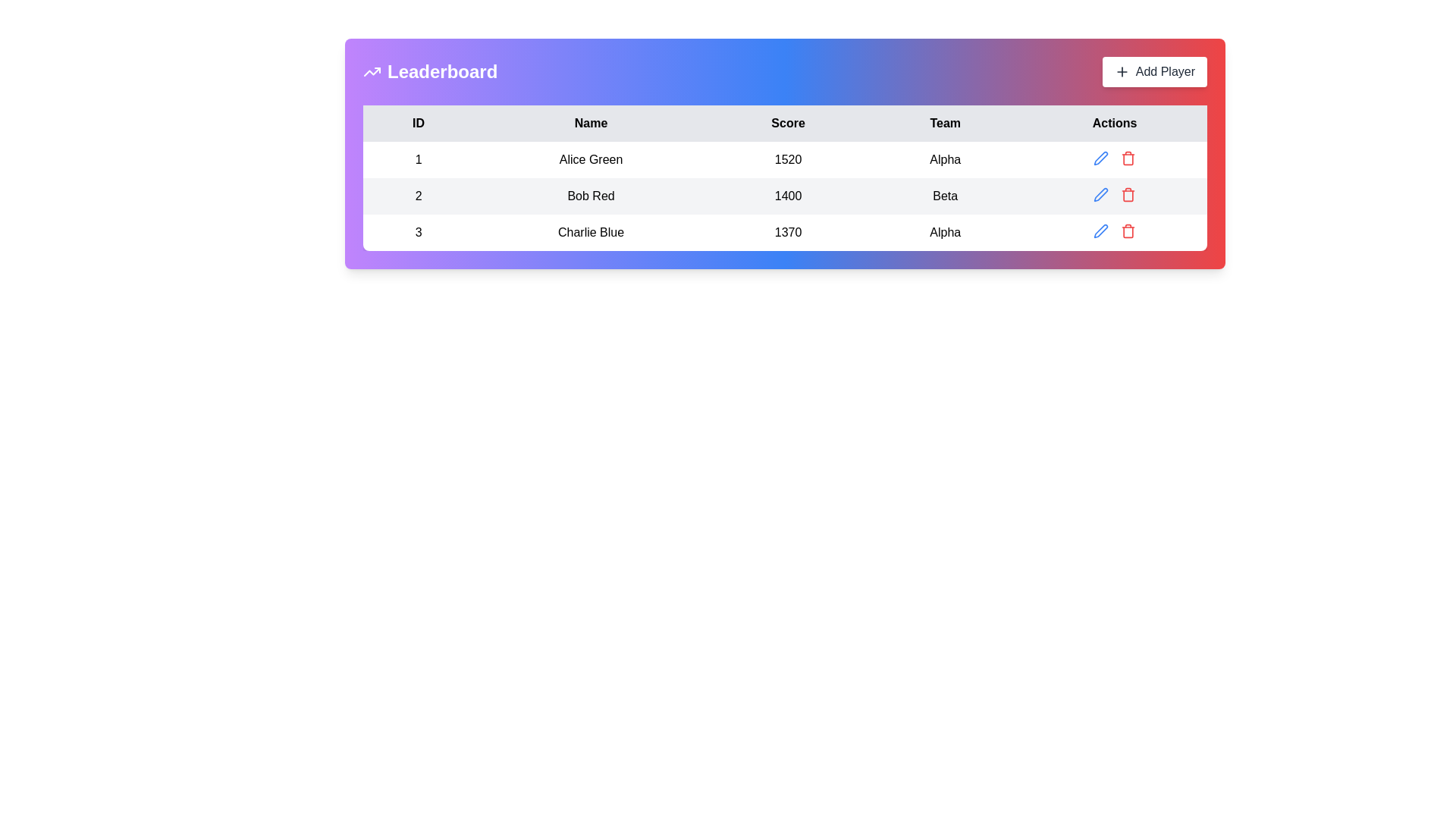 The width and height of the screenshot is (1456, 819). What do you see at coordinates (419, 233) in the screenshot?
I see `the static text element that serves as an identifier for the corresponding row entry in the leaderboard table, located in the first column of the third row under the 'ID' column header` at bounding box center [419, 233].